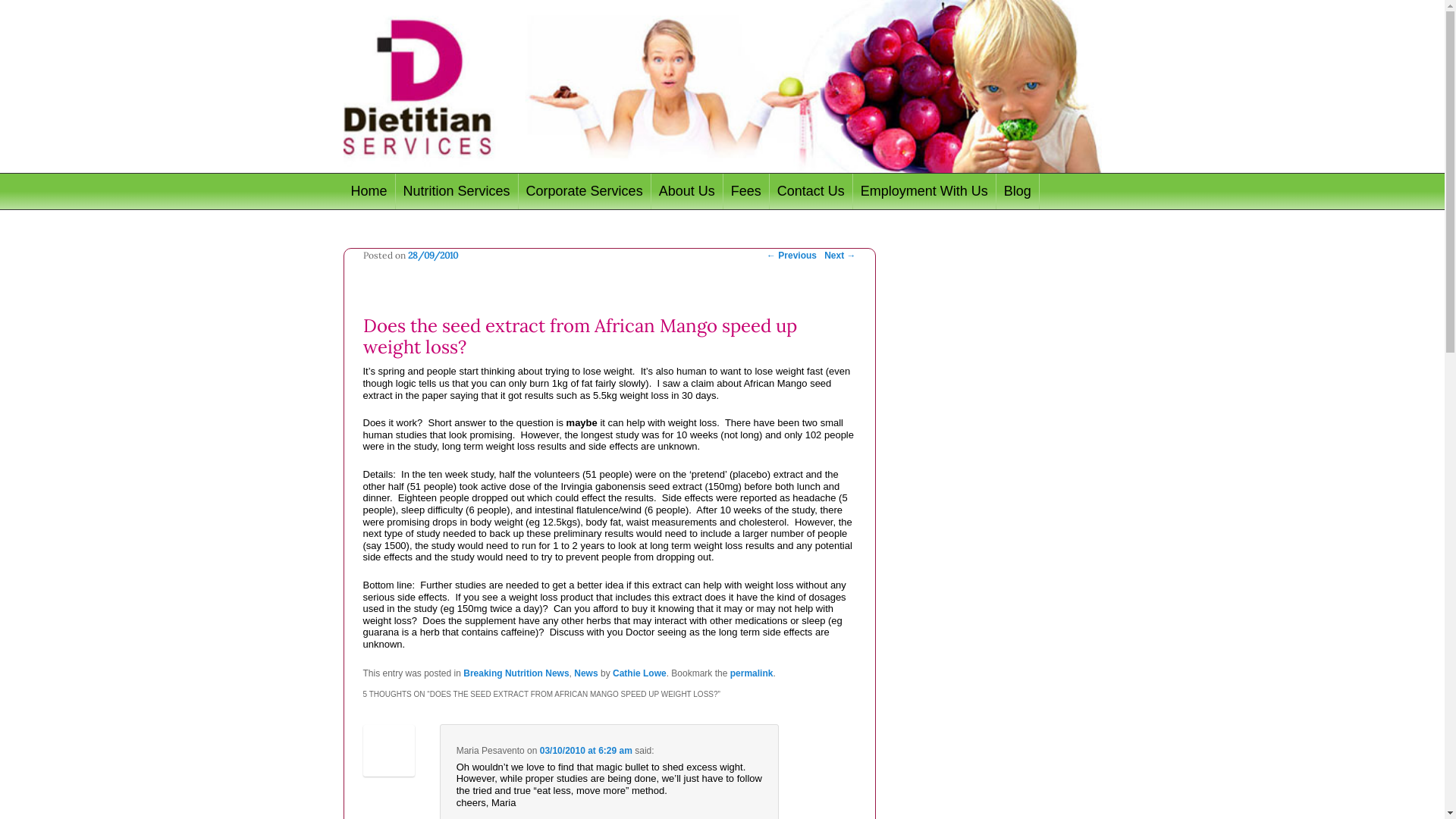 The image size is (1456, 819). I want to click on 'Breaking Nutrition News', so click(516, 672).